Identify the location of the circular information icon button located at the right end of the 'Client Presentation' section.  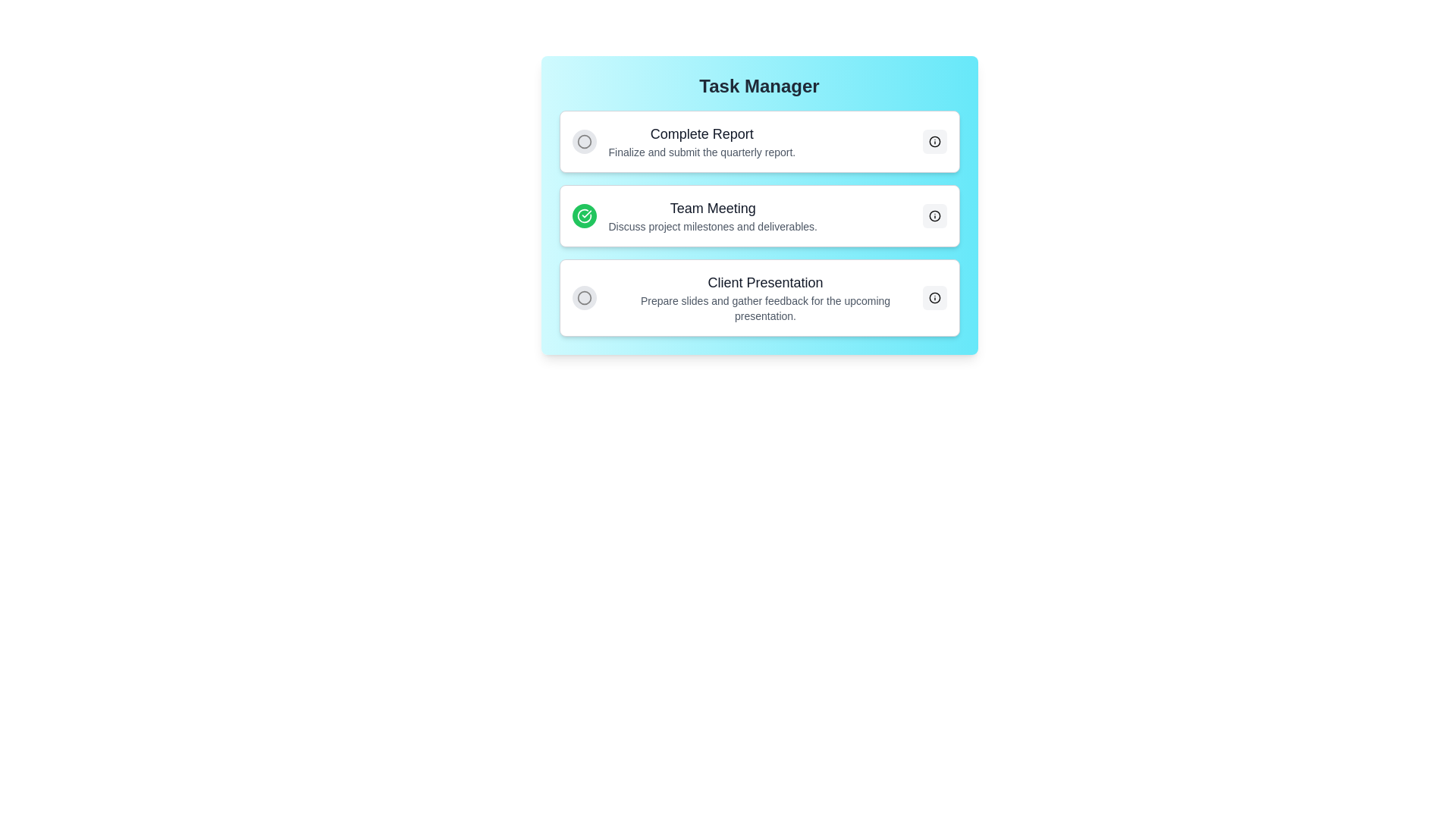
(934, 298).